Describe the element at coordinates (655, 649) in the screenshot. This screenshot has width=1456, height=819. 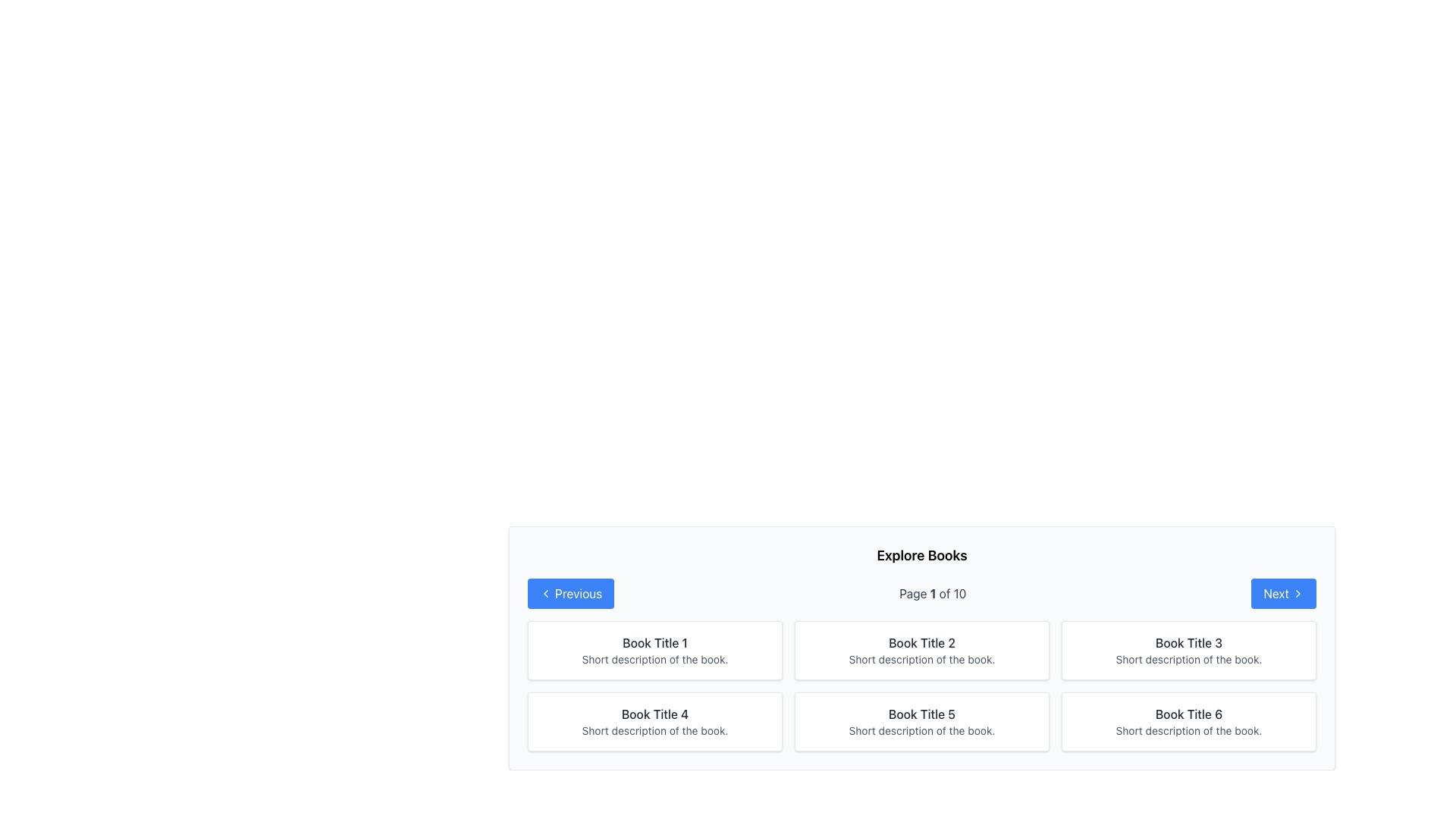
I see `the book display card located in the top-left corner of the first row of the grid layout` at that location.